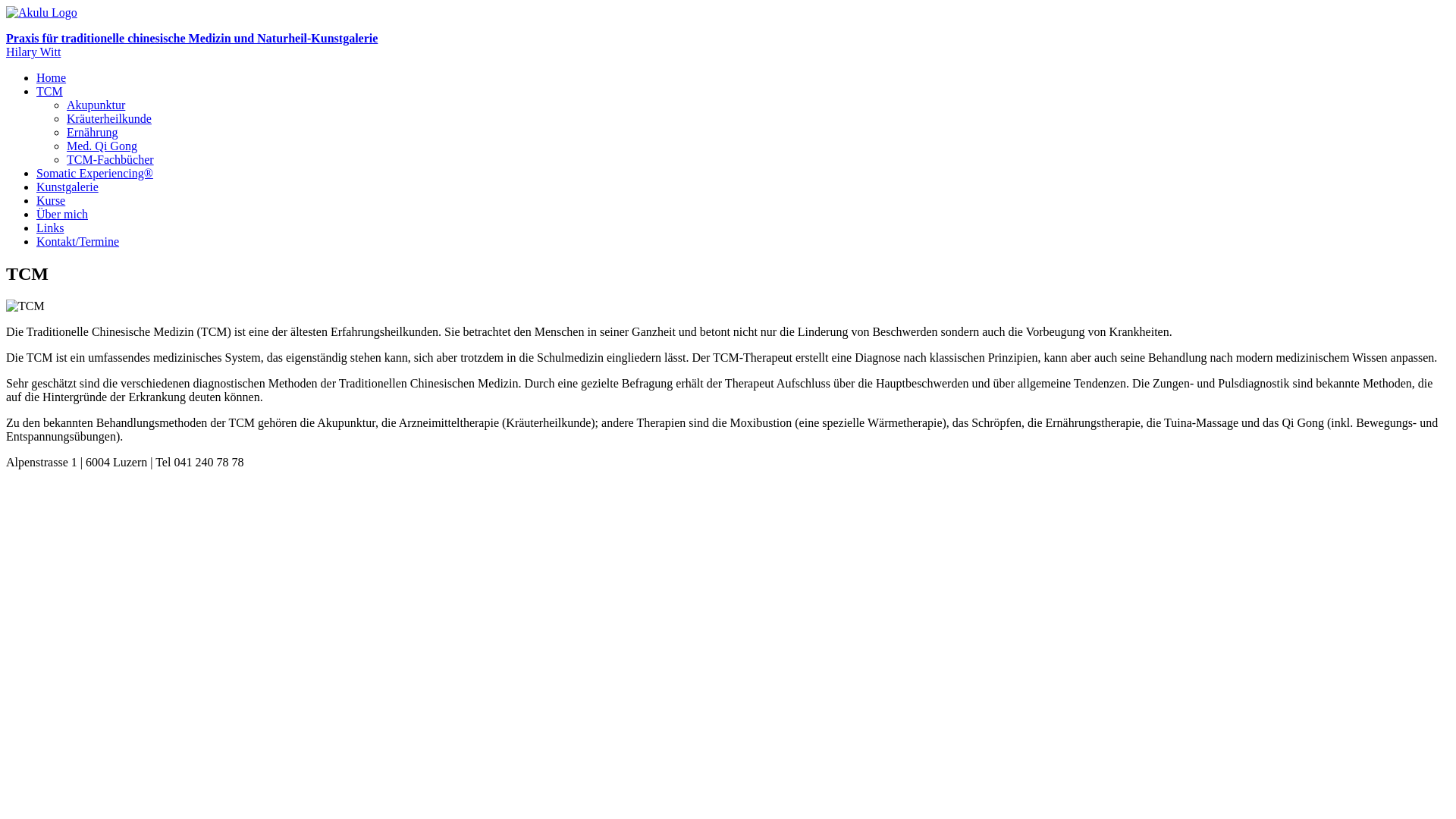  Describe the element at coordinates (95, 104) in the screenshot. I see `'Akupunktur'` at that location.